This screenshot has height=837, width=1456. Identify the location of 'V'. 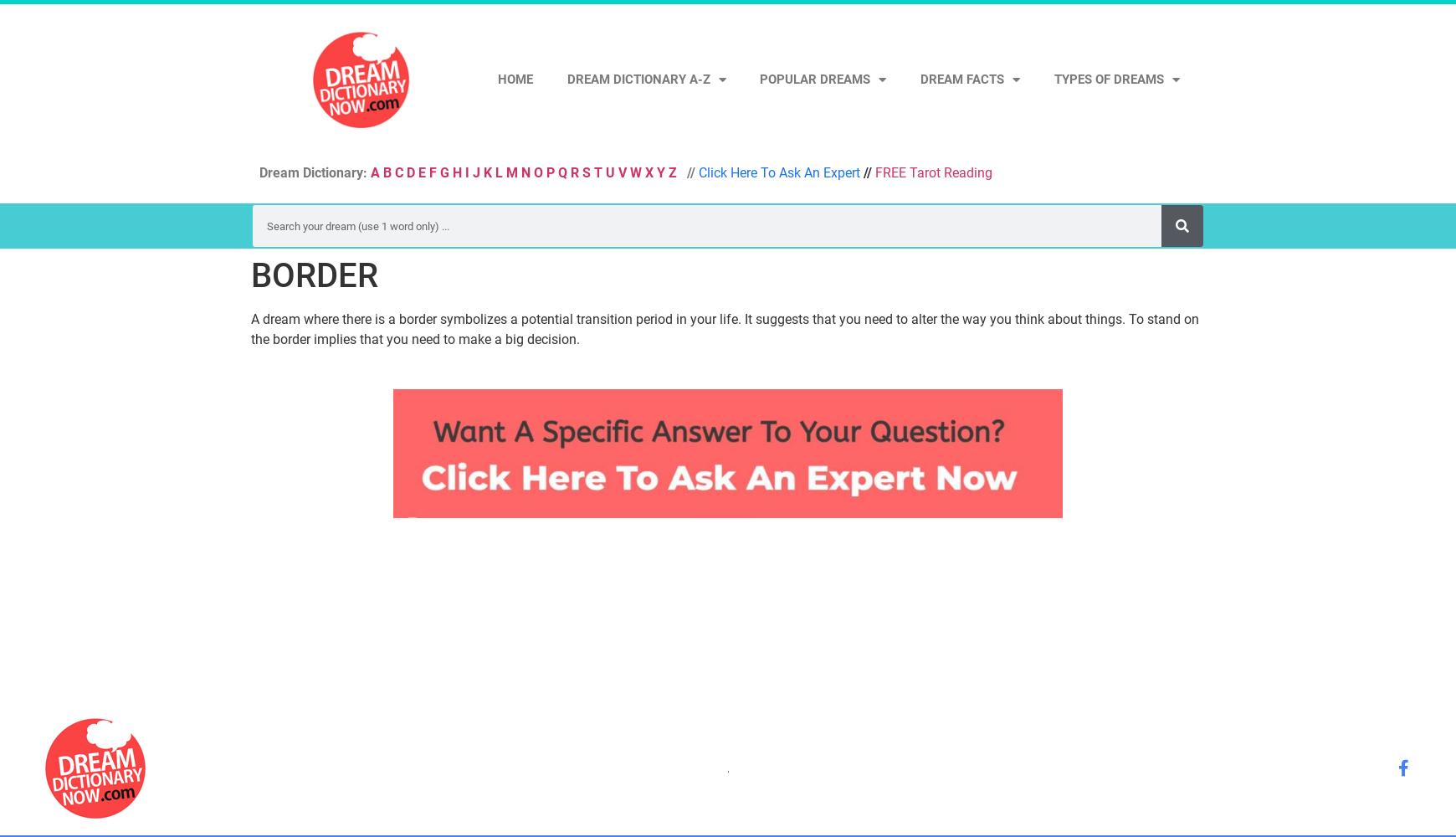
(618, 172).